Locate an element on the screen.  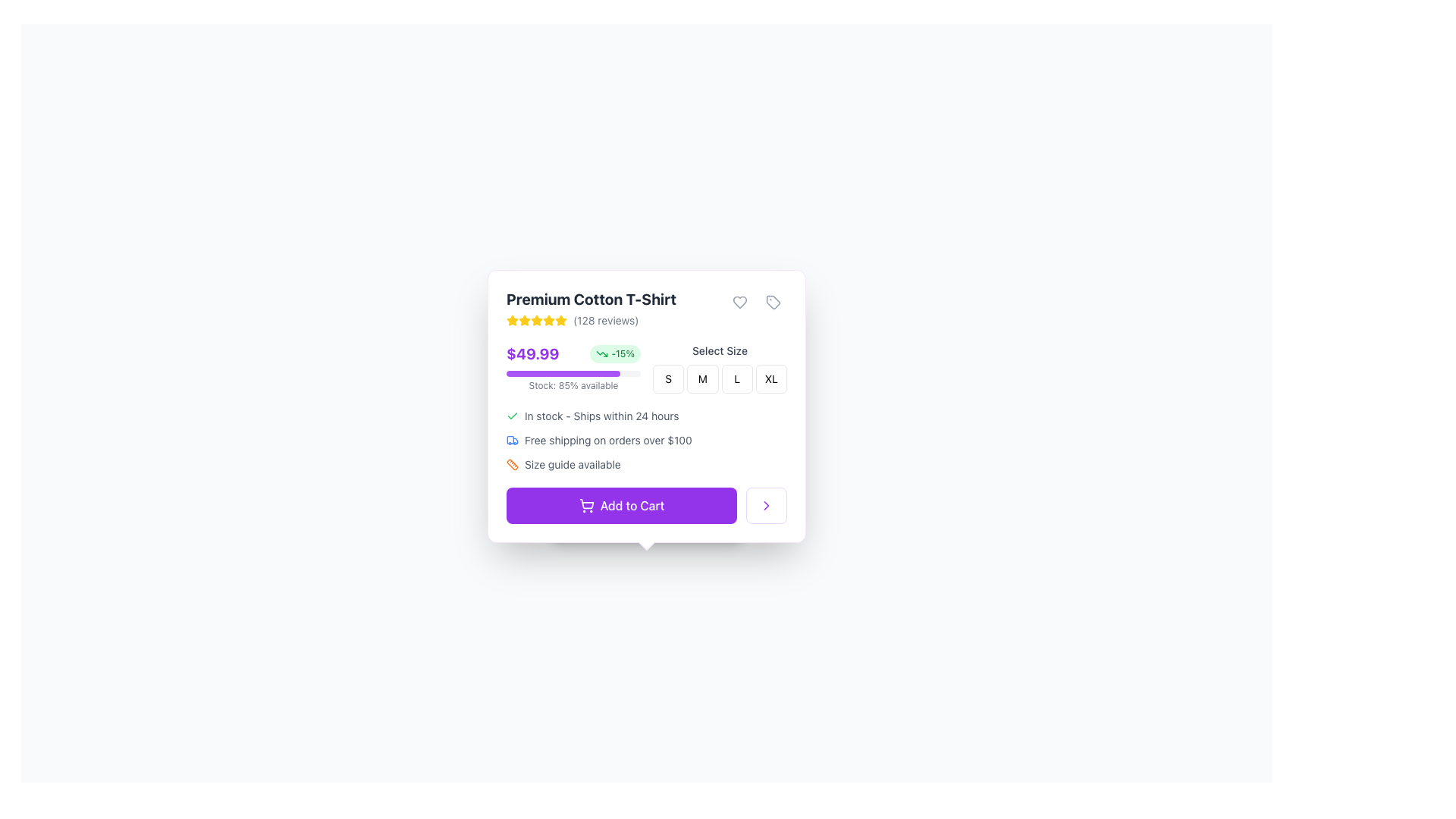
the 'Size guide available' icon, which is located to the left of the text 'Size guide available' within a content card layout is located at coordinates (513, 464).